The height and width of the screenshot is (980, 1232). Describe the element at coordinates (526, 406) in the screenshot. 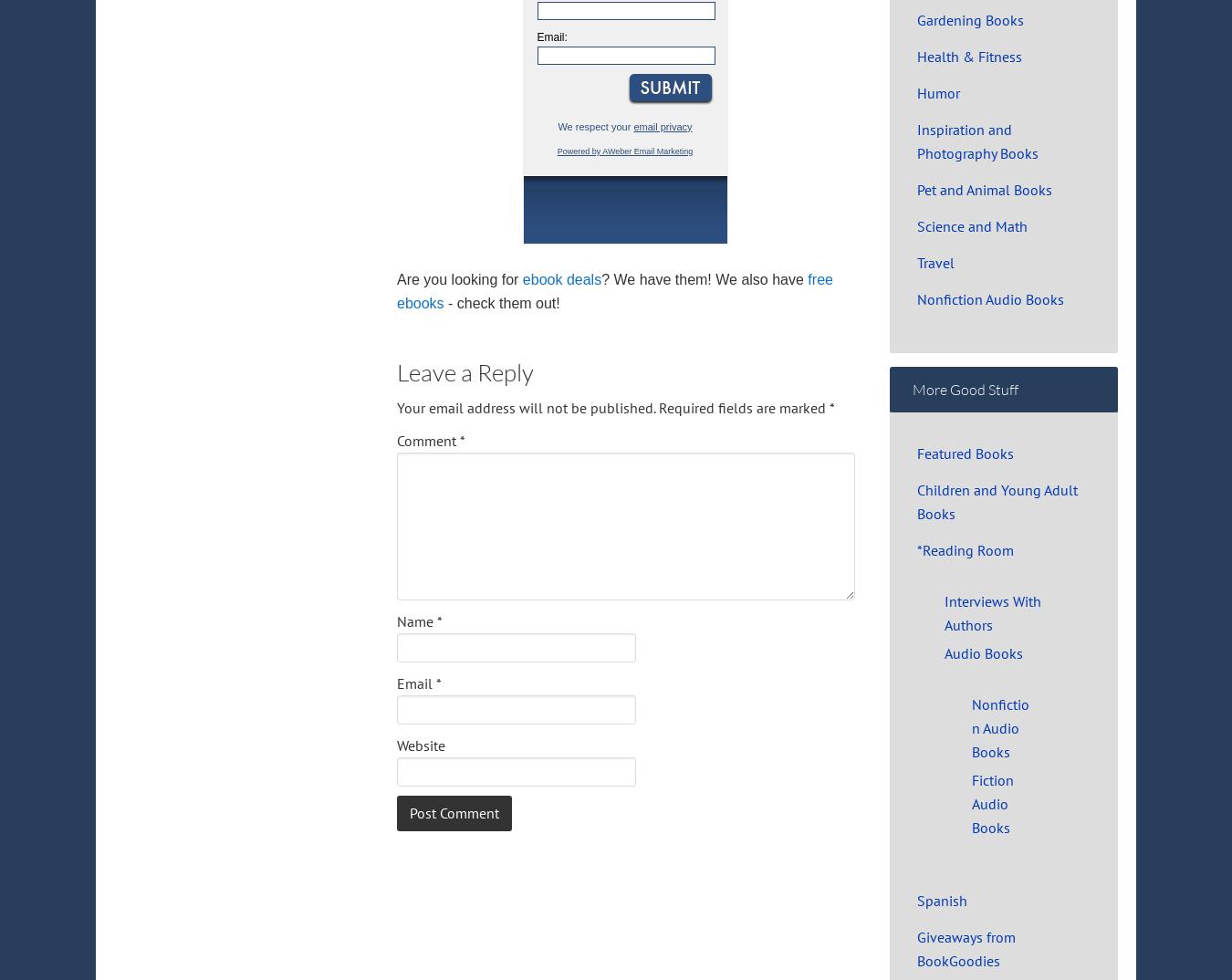

I see `'Your email address will not be published.'` at that location.